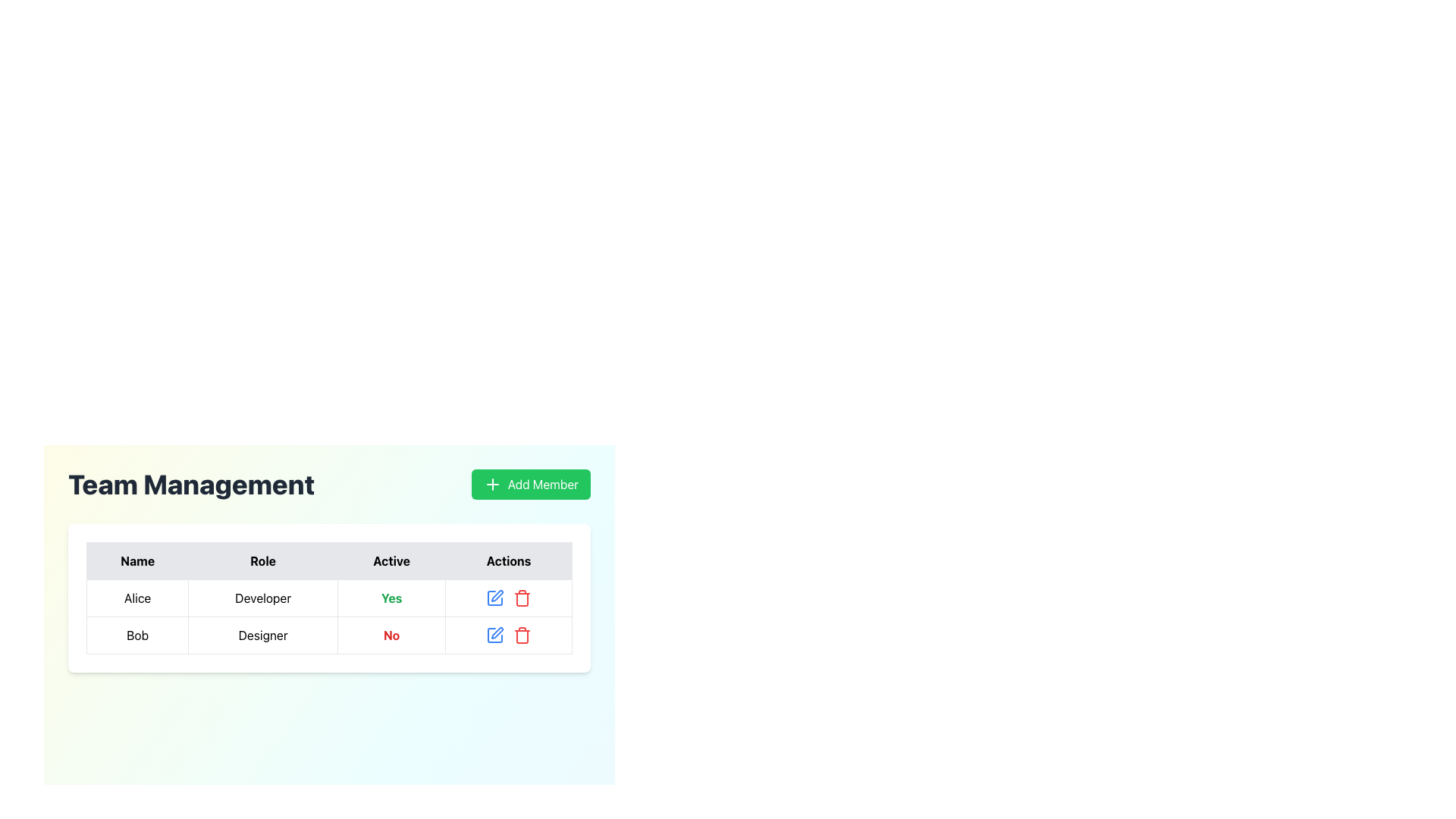 The width and height of the screenshot is (1456, 819). I want to click on on the red trash can icon button in the 'Actions' column of the table corresponding, so click(522, 598).